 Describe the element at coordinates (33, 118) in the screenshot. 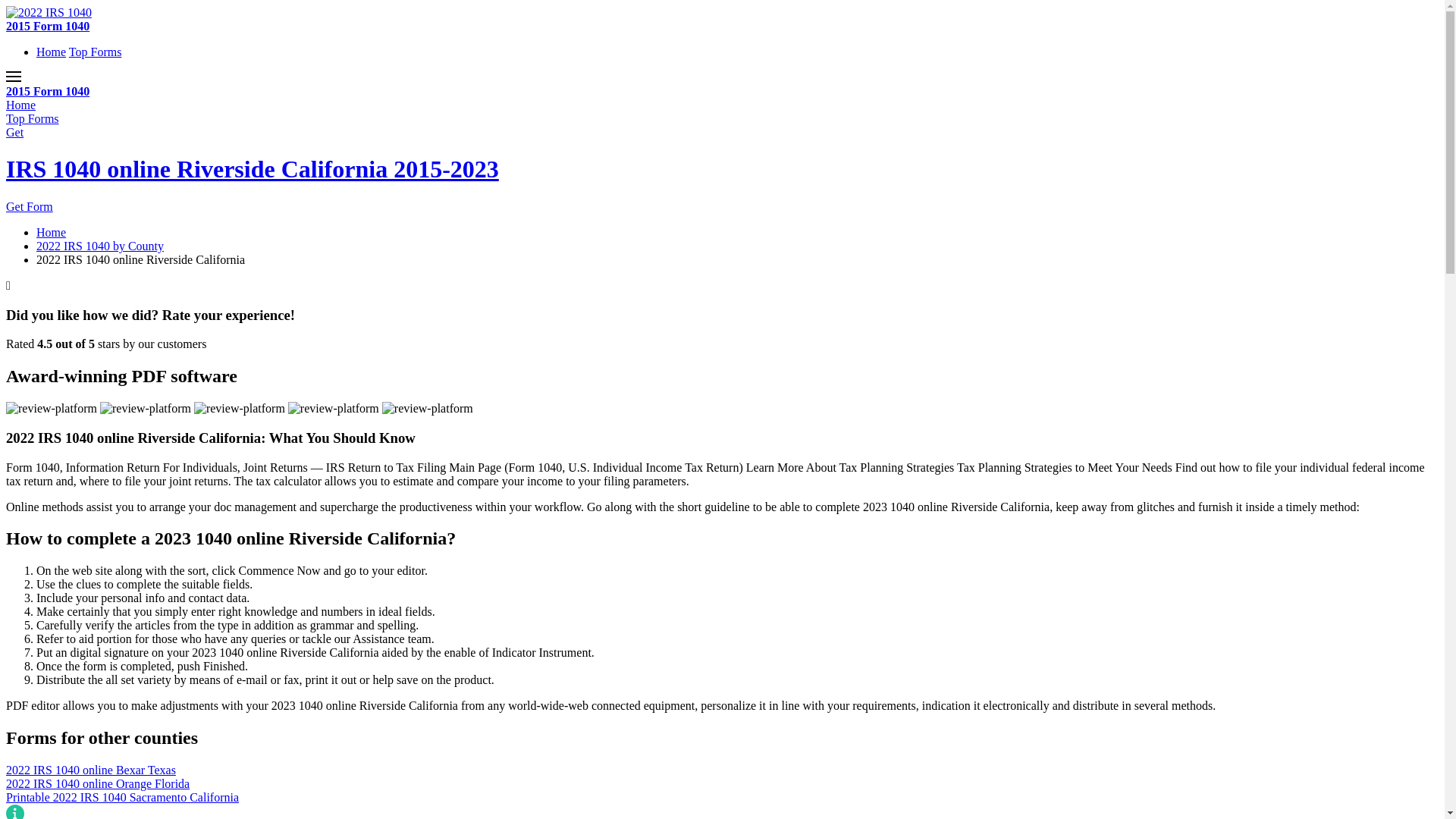

I see `'Top Forms'` at that location.